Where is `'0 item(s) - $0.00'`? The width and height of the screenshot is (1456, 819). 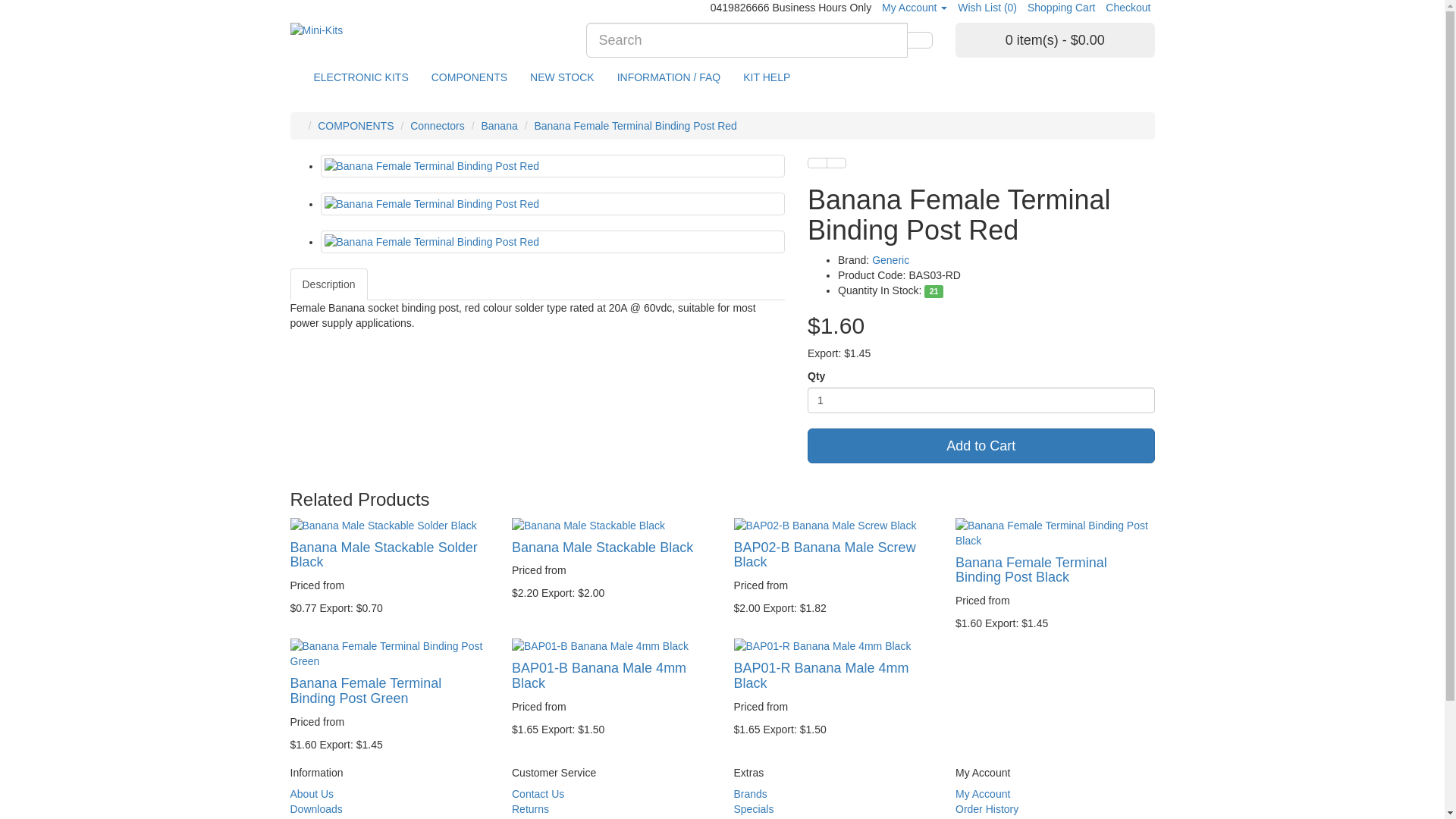 '0 item(s) - $0.00' is located at coordinates (1054, 39).